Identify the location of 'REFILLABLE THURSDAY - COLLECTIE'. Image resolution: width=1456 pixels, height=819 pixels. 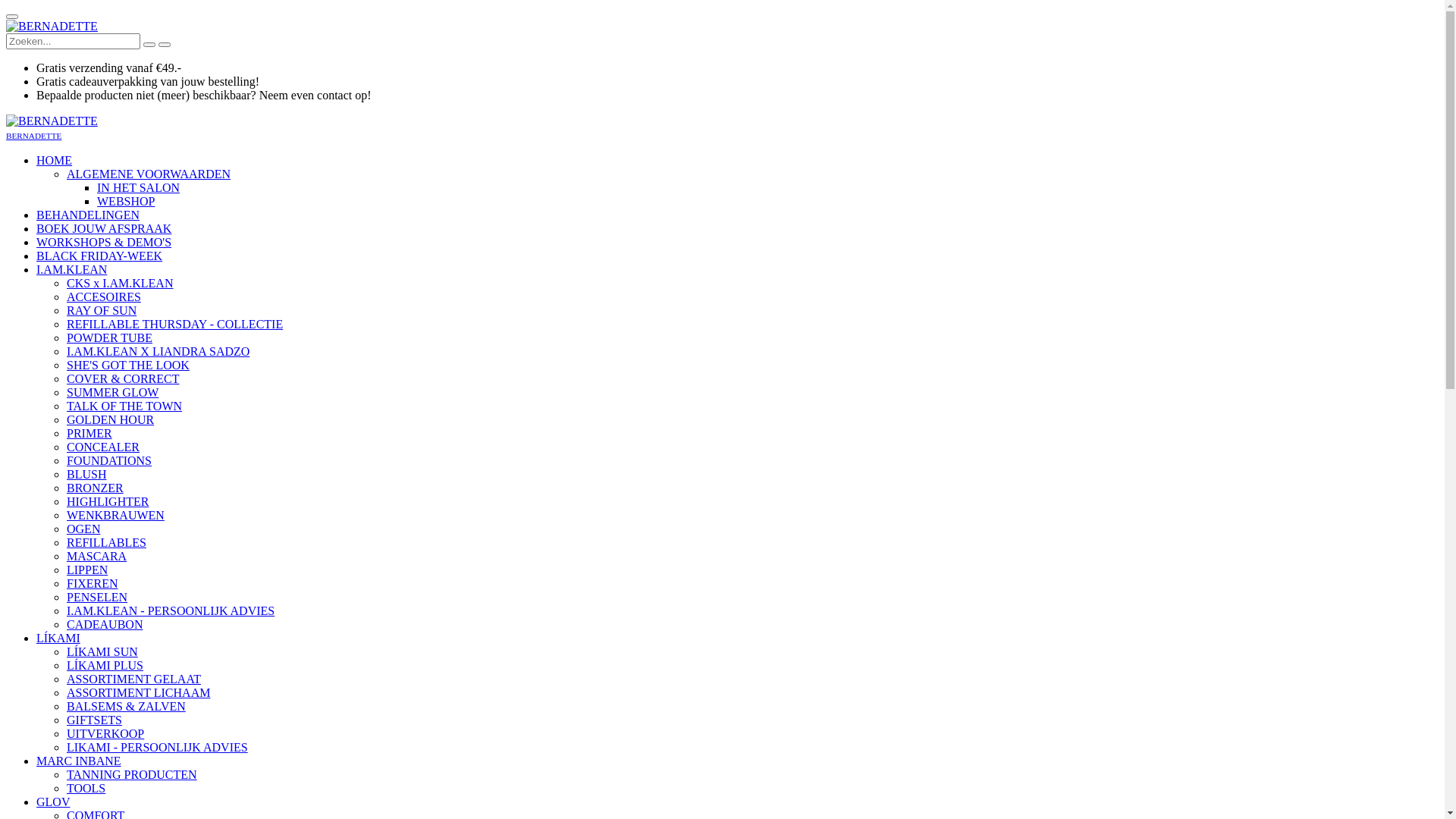
(65, 323).